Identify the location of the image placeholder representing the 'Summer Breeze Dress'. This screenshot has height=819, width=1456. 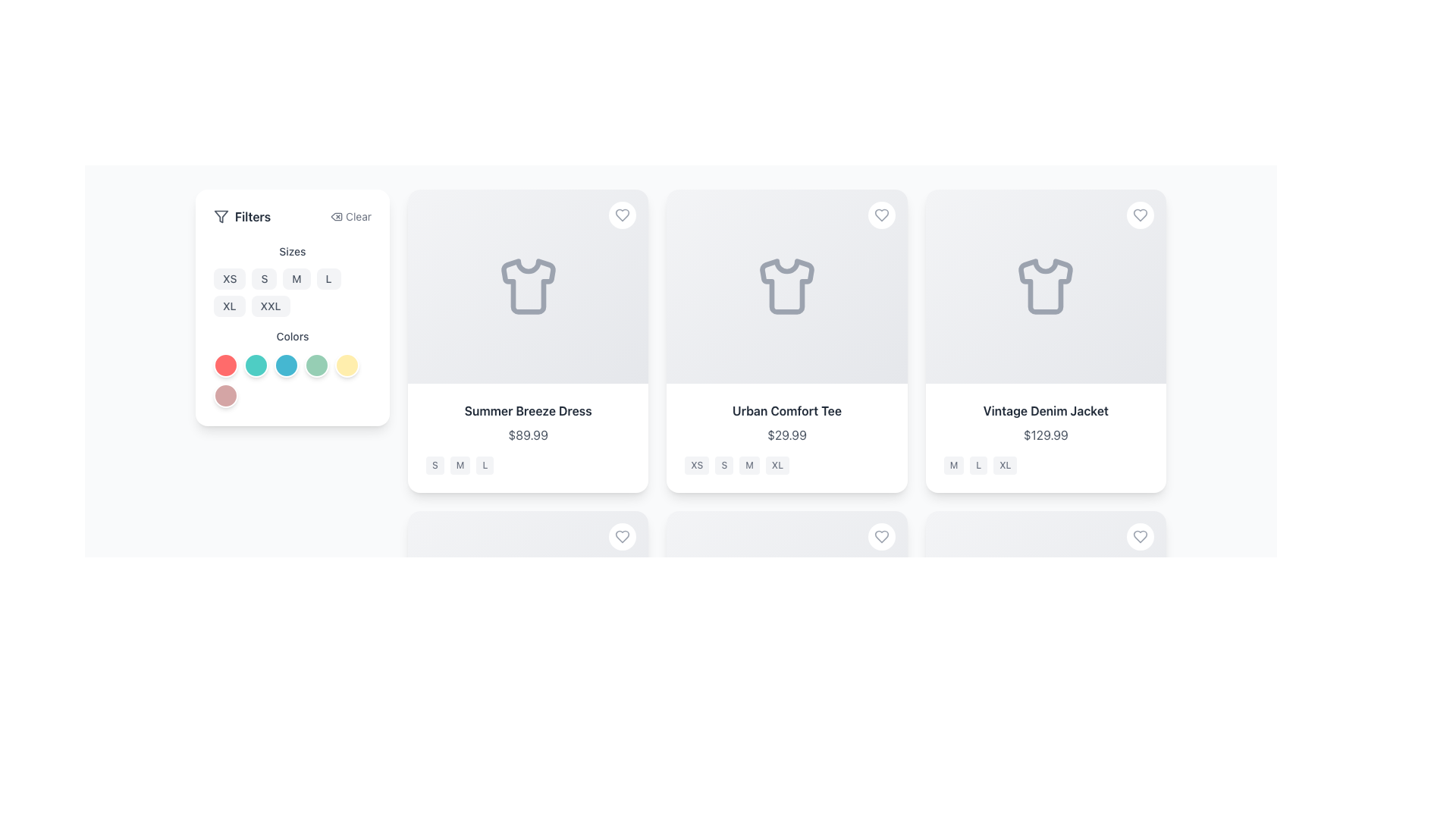
(528, 287).